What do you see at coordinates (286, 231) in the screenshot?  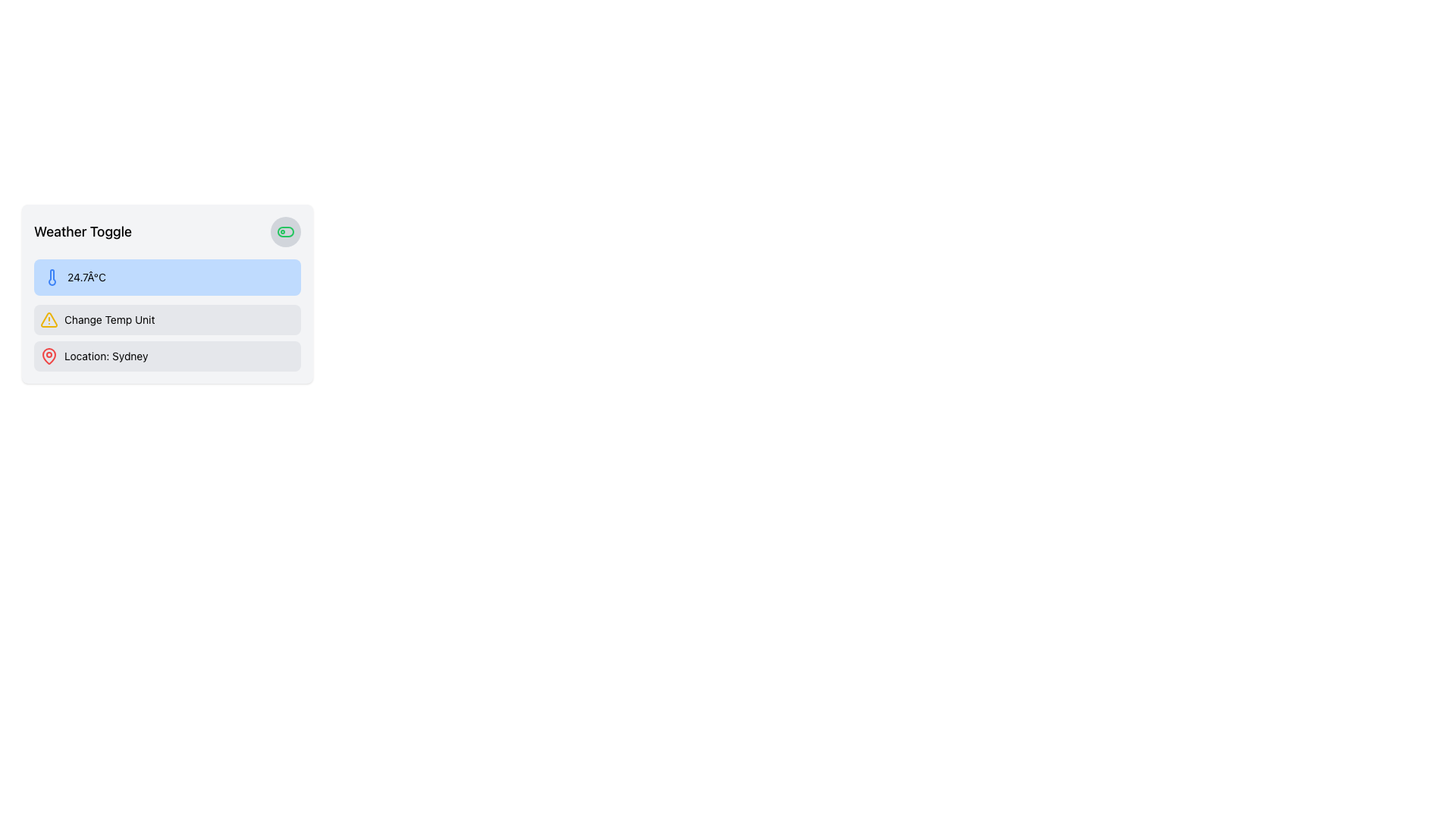 I see `the interactive toggle switch button located in the top-right corner of the 'Weather Toggle' panel` at bounding box center [286, 231].